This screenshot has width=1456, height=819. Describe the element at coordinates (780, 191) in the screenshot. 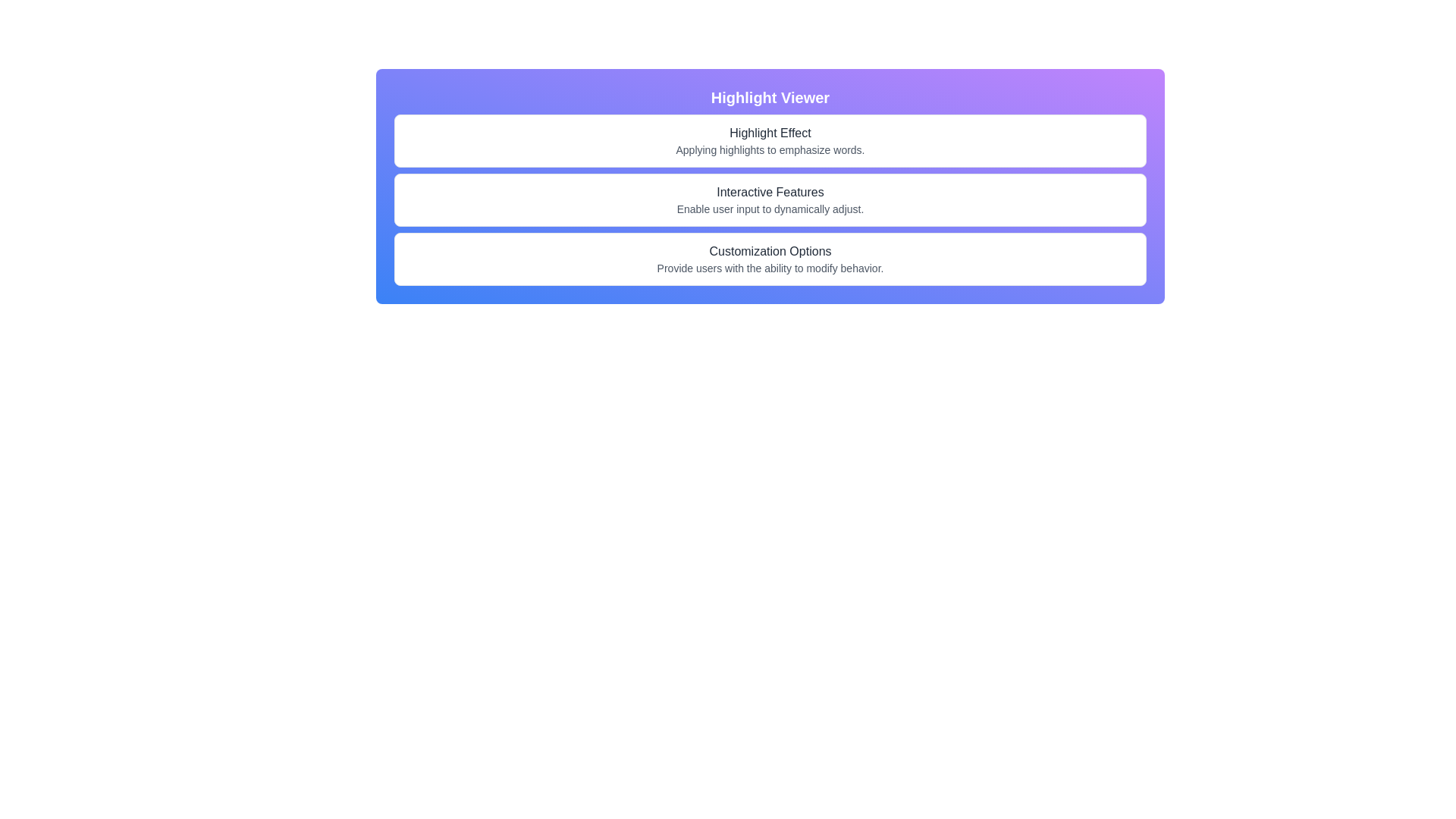

I see `the uppercase letter 'F' in the text 'Interactive Features', which is styled with underlined hover effects and is the thirteenth character in the line` at that location.